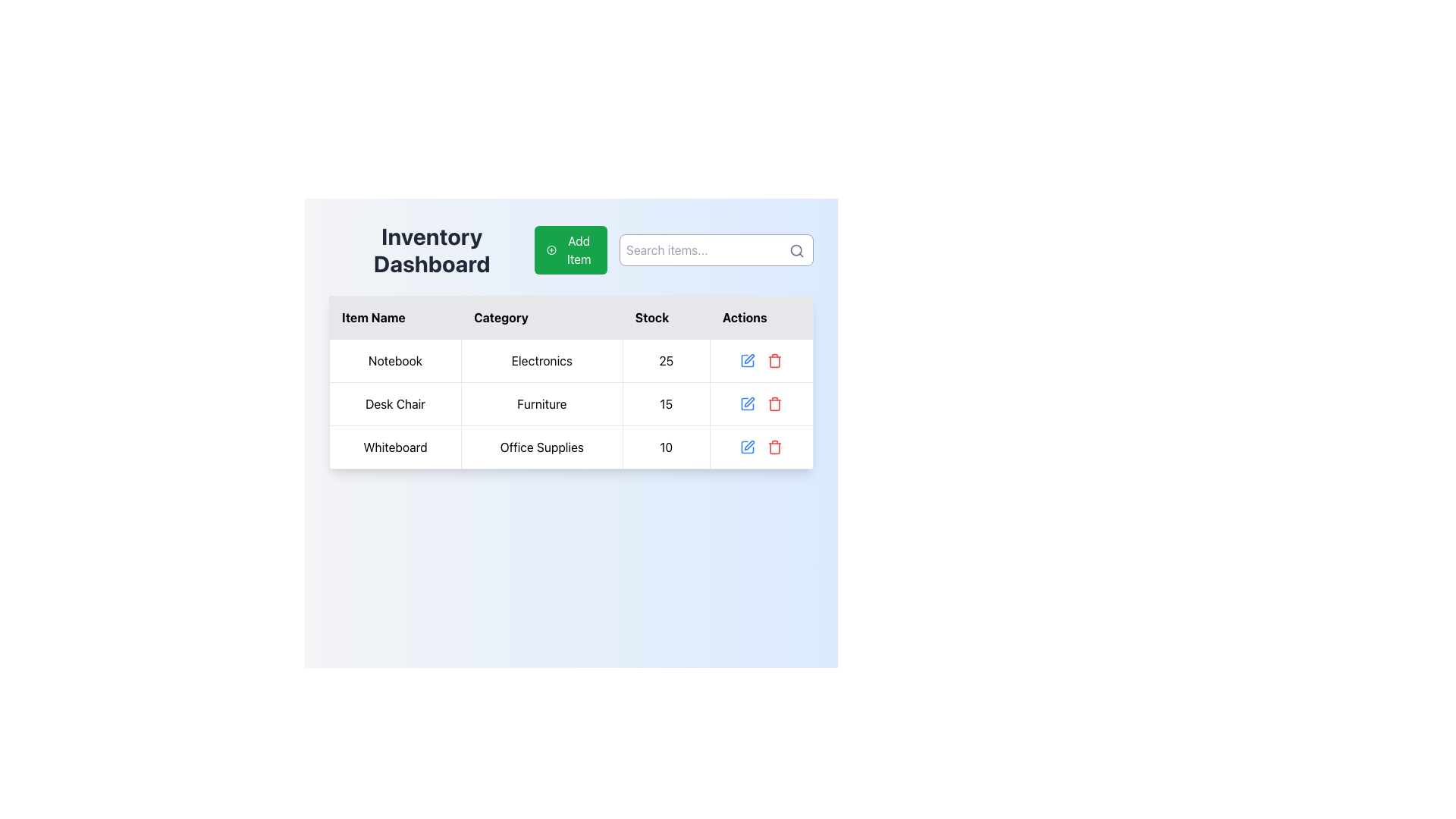  What do you see at coordinates (395, 360) in the screenshot?
I see `the 'Notebook' text label in the inventory list, located in the first column under 'Item Name' in the top-left portion of the table layout` at bounding box center [395, 360].